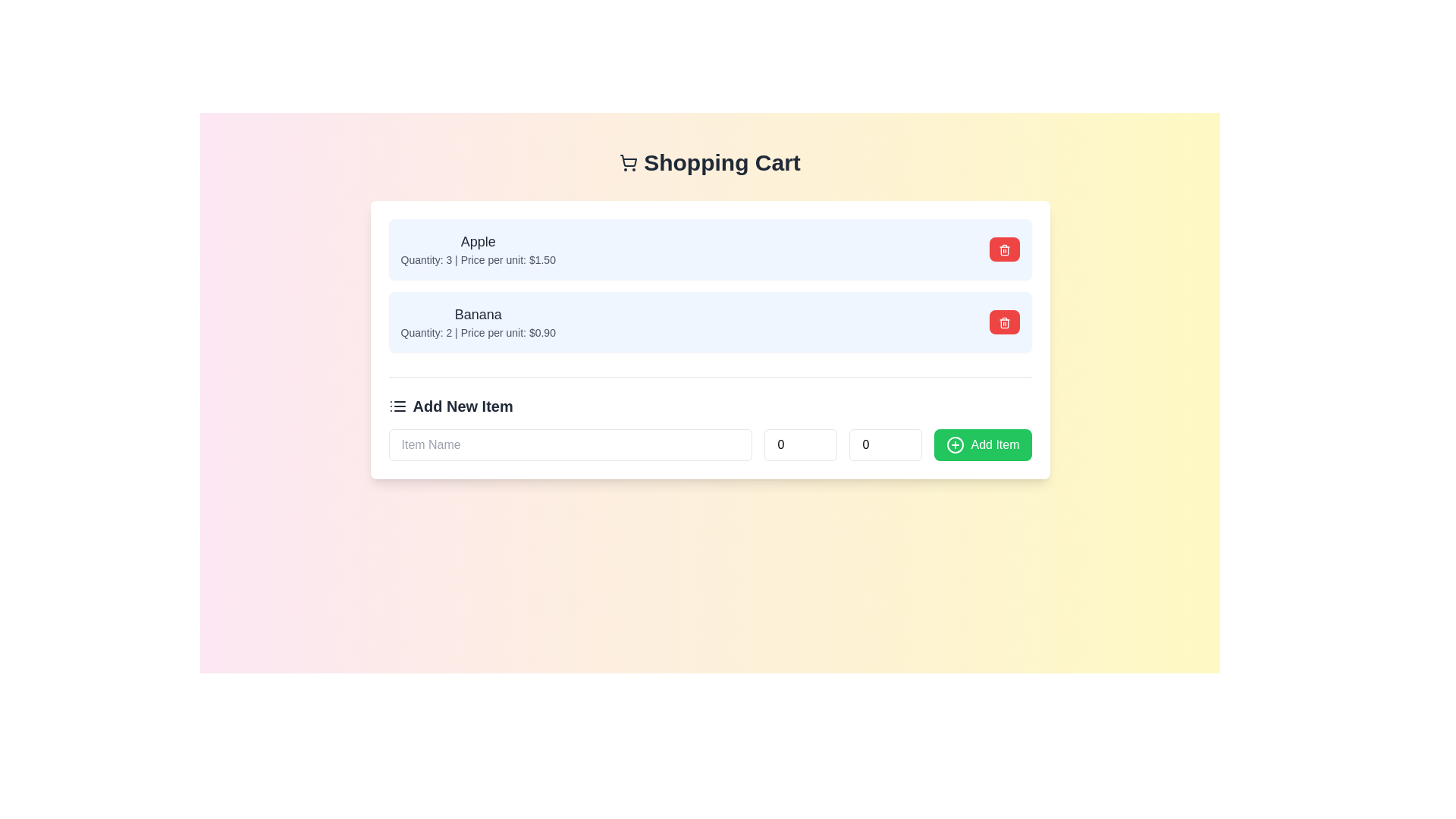 The height and width of the screenshot is (819, 1456). What do you see at coordinates (1004, 248) in the screenshot?
I see `the delete button located on the right side of the 'Apple' item in the shopping cart` at bounding box center [1004, 248].